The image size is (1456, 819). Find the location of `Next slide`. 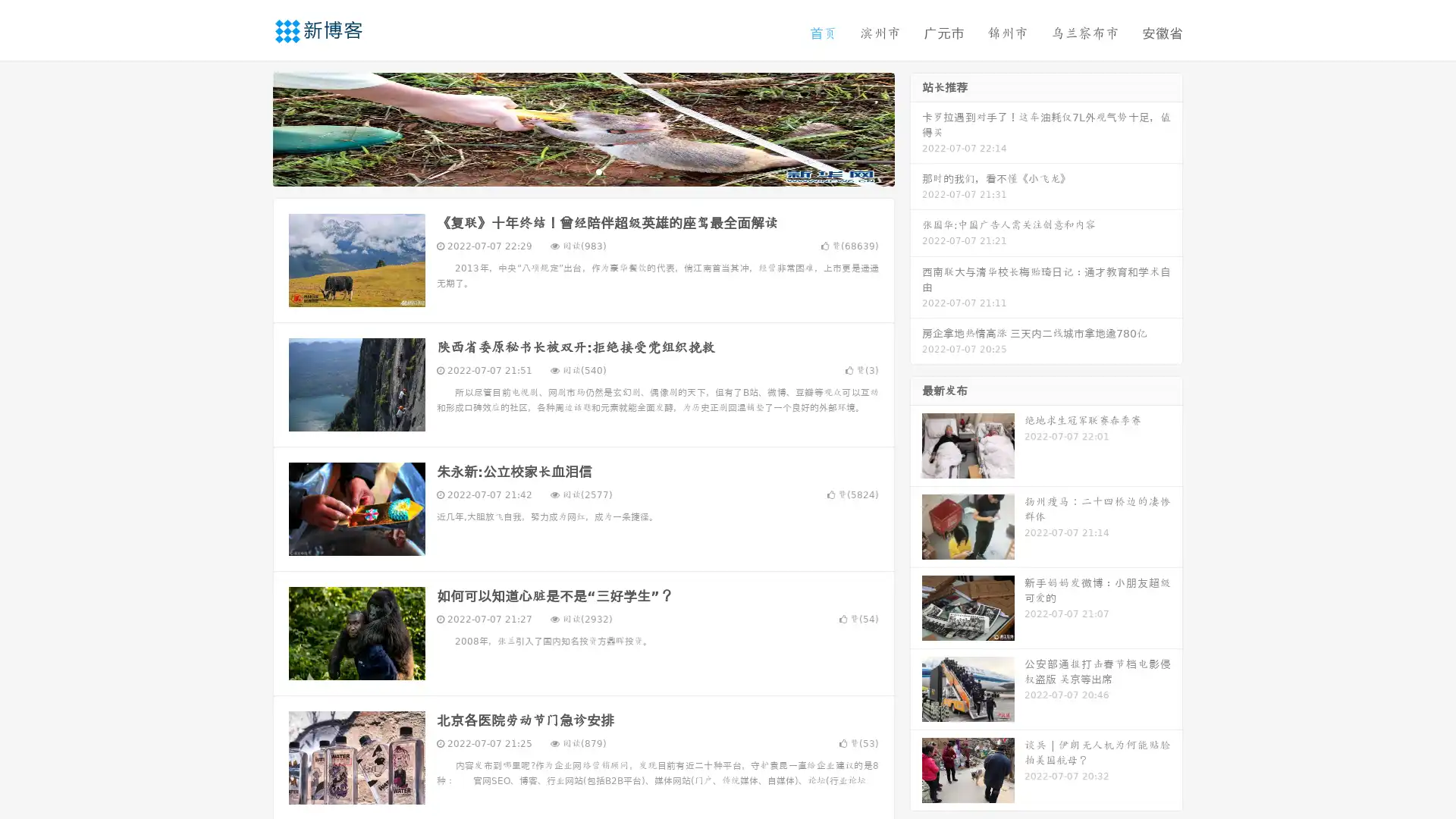

Next slide is located at coordinates (916, 127).